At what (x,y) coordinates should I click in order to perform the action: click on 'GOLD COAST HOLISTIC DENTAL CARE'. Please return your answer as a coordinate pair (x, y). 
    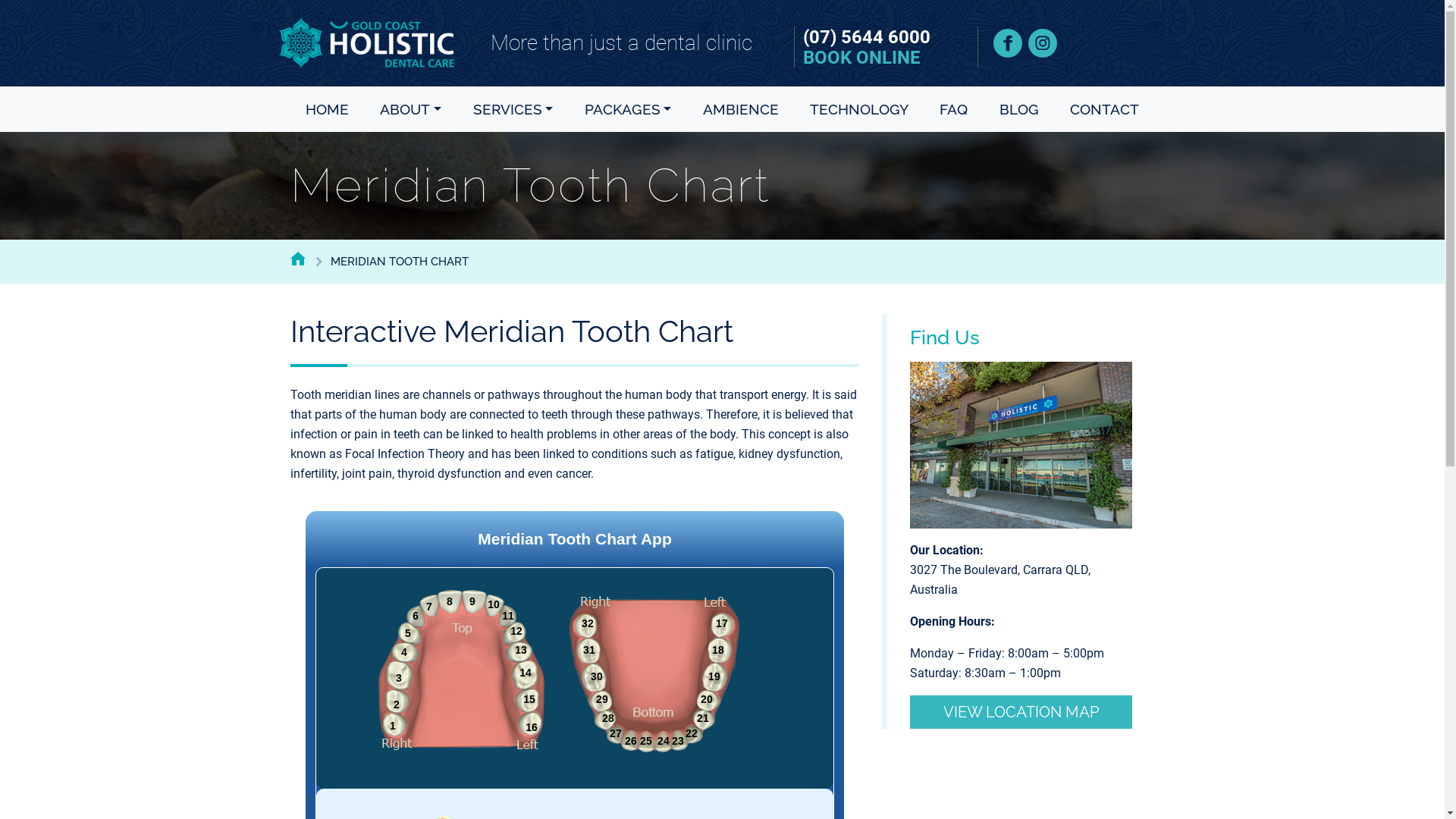
    Looking at the image, I should click on (297, 257).